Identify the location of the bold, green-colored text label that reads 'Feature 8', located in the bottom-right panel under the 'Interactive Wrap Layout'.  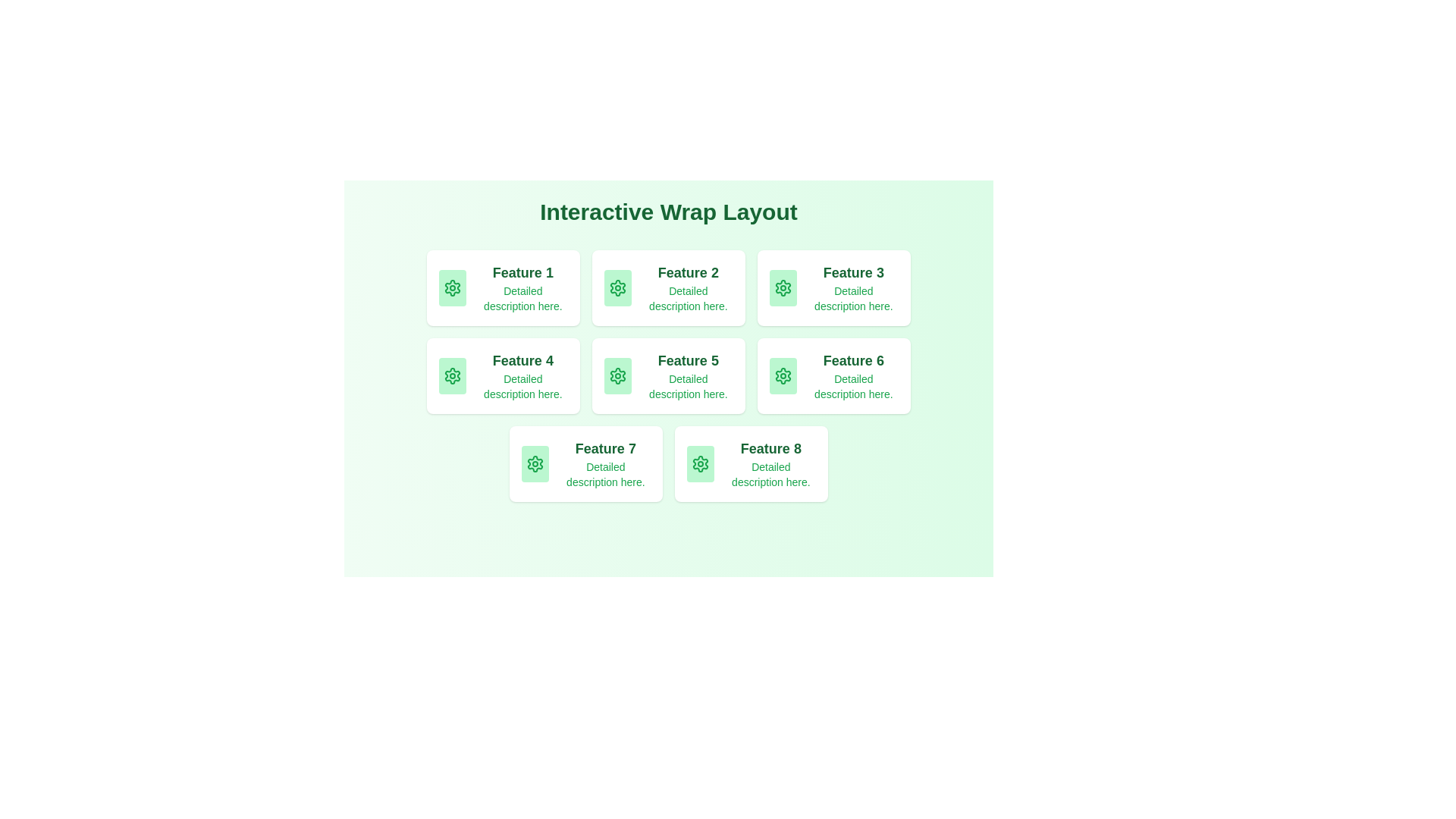
(770, 447).